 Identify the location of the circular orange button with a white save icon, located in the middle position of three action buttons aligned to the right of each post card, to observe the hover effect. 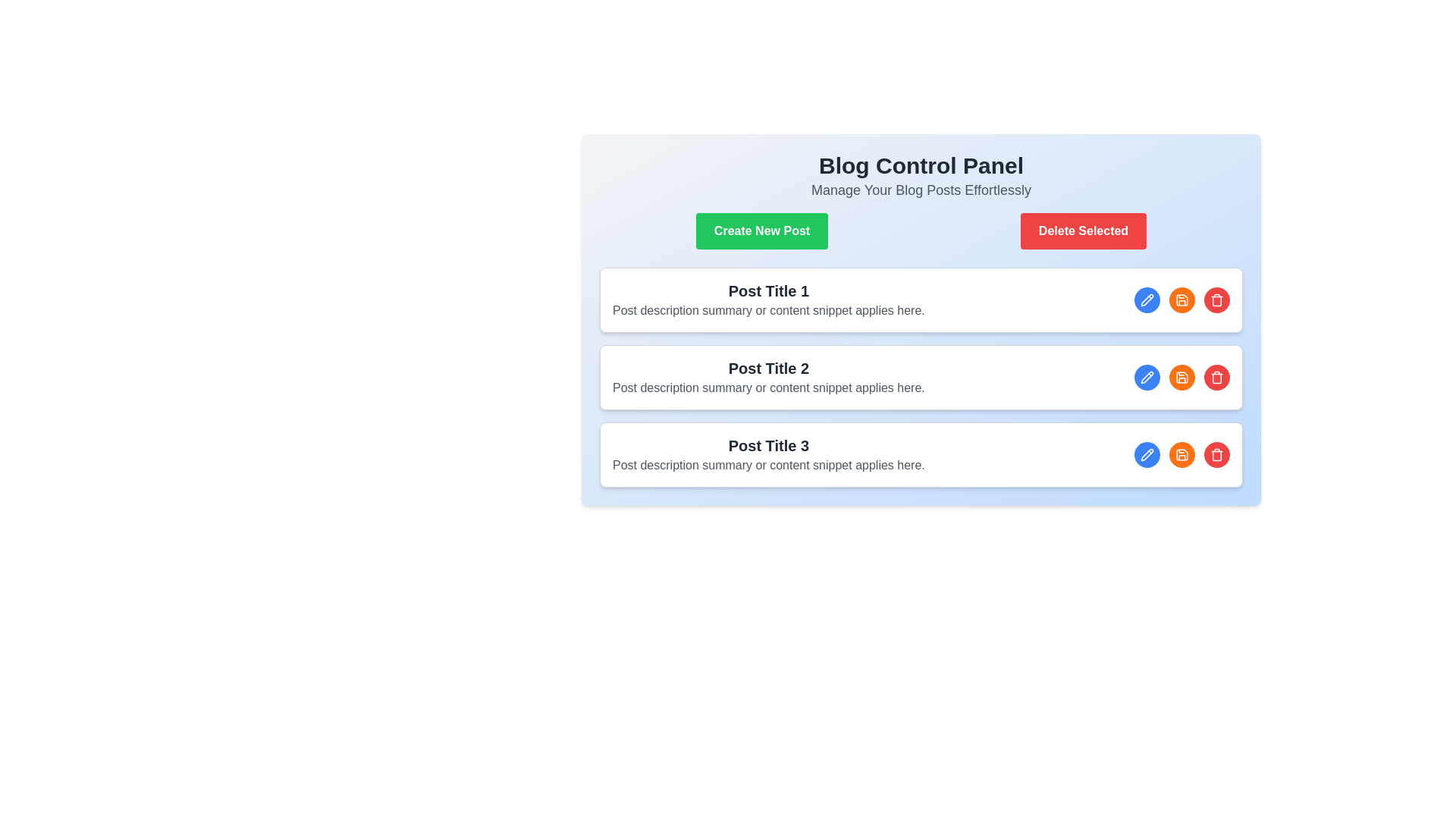
(1181, 300).